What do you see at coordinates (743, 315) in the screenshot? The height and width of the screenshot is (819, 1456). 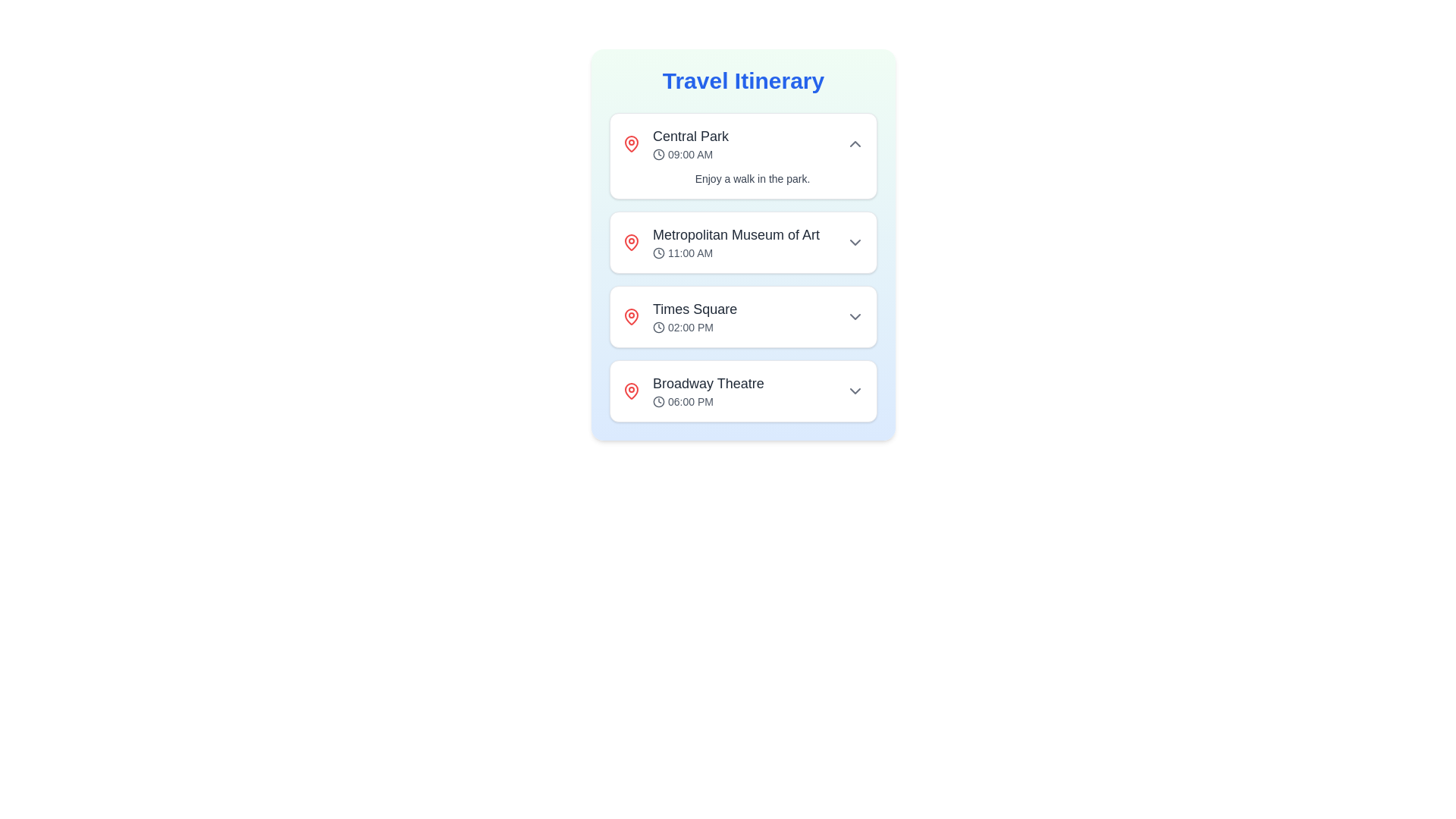 I see `the 'Times Square' itinerary entry` at bounding box center [743, 315].